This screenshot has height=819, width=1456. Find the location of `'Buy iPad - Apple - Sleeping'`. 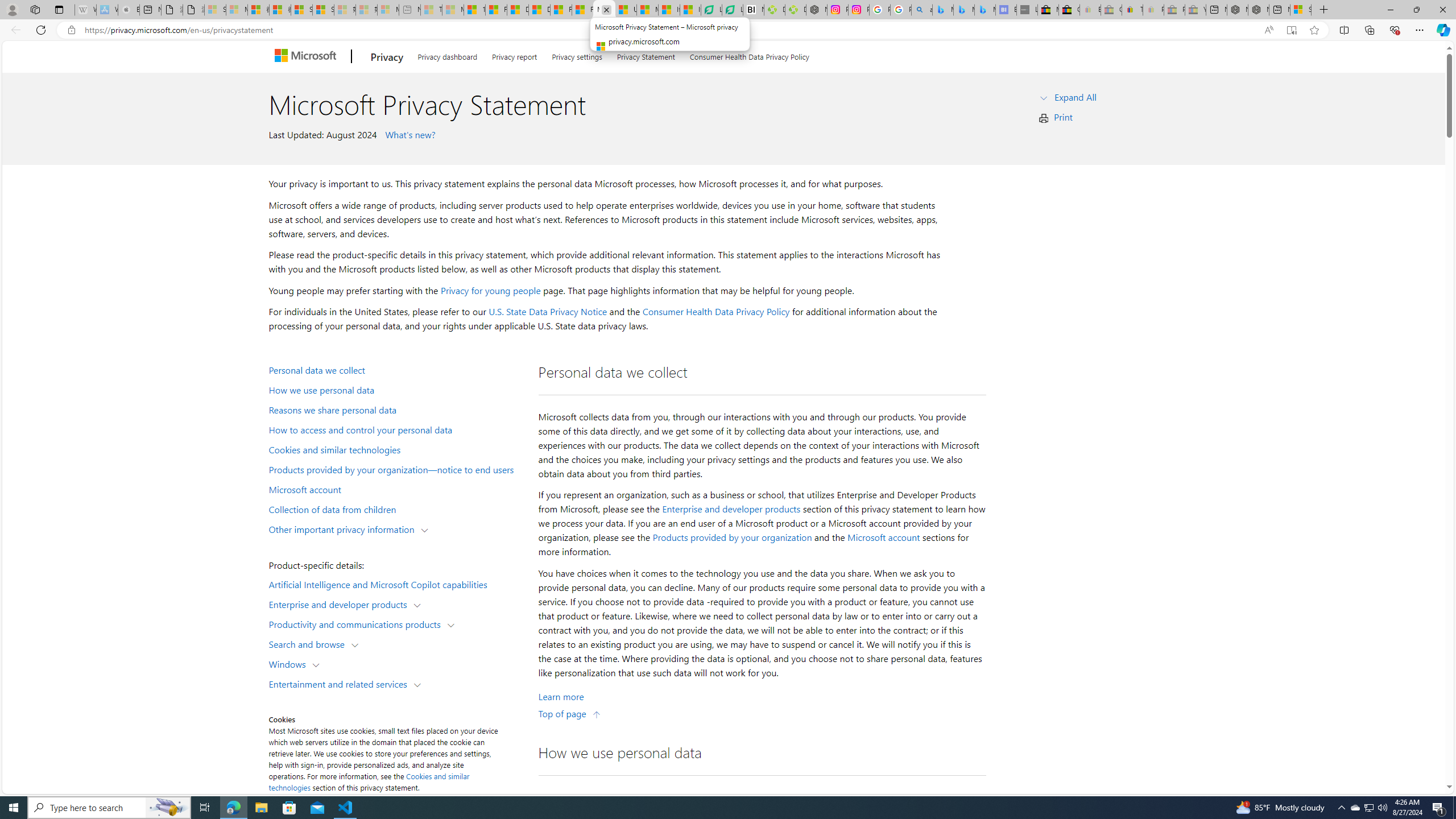

'Buy iPad - Apple - Sleeping' is located at coordinates (128, 9).